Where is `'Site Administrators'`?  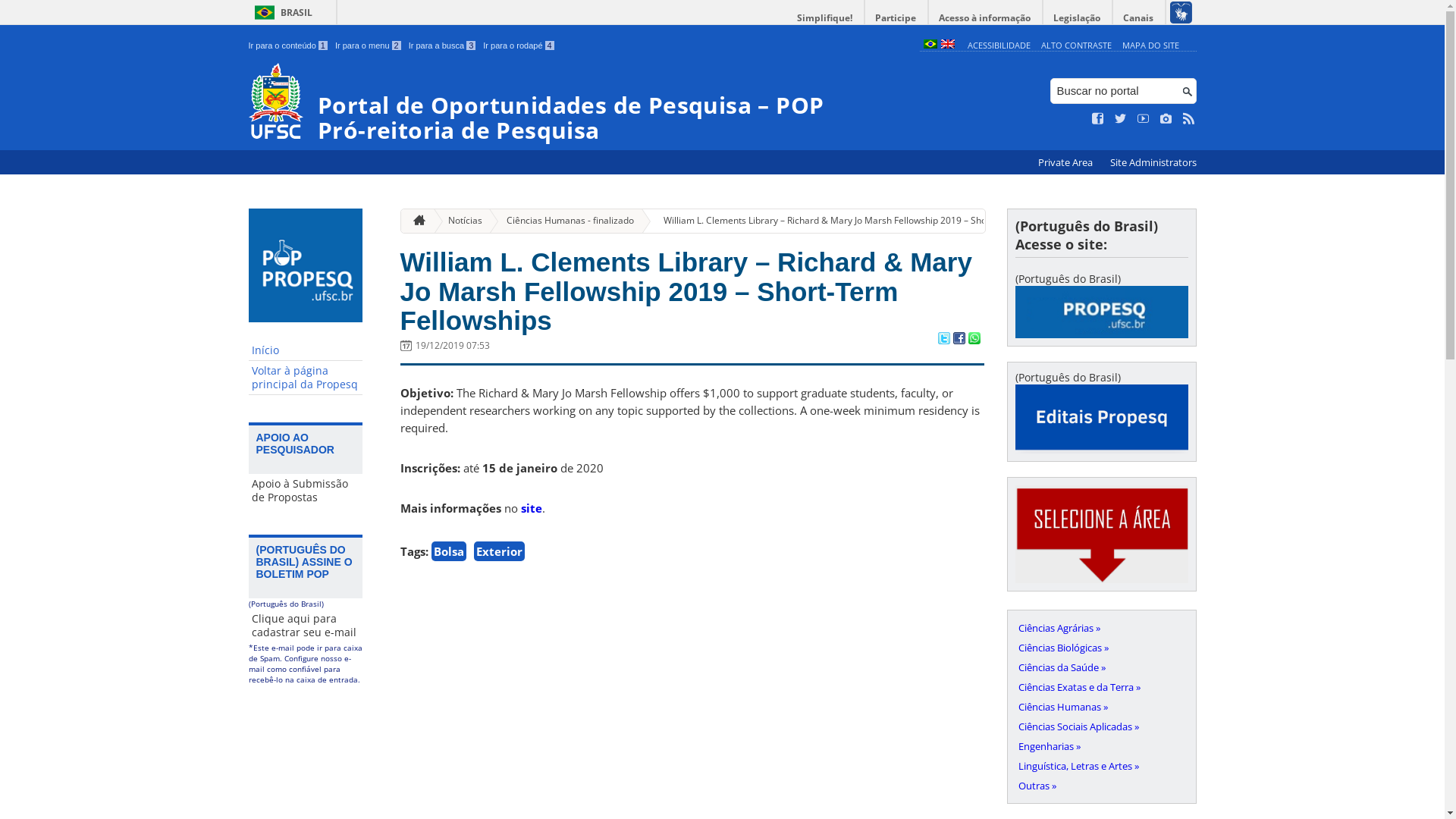 'Site Administrators' is located at coordinates (1103, 162).